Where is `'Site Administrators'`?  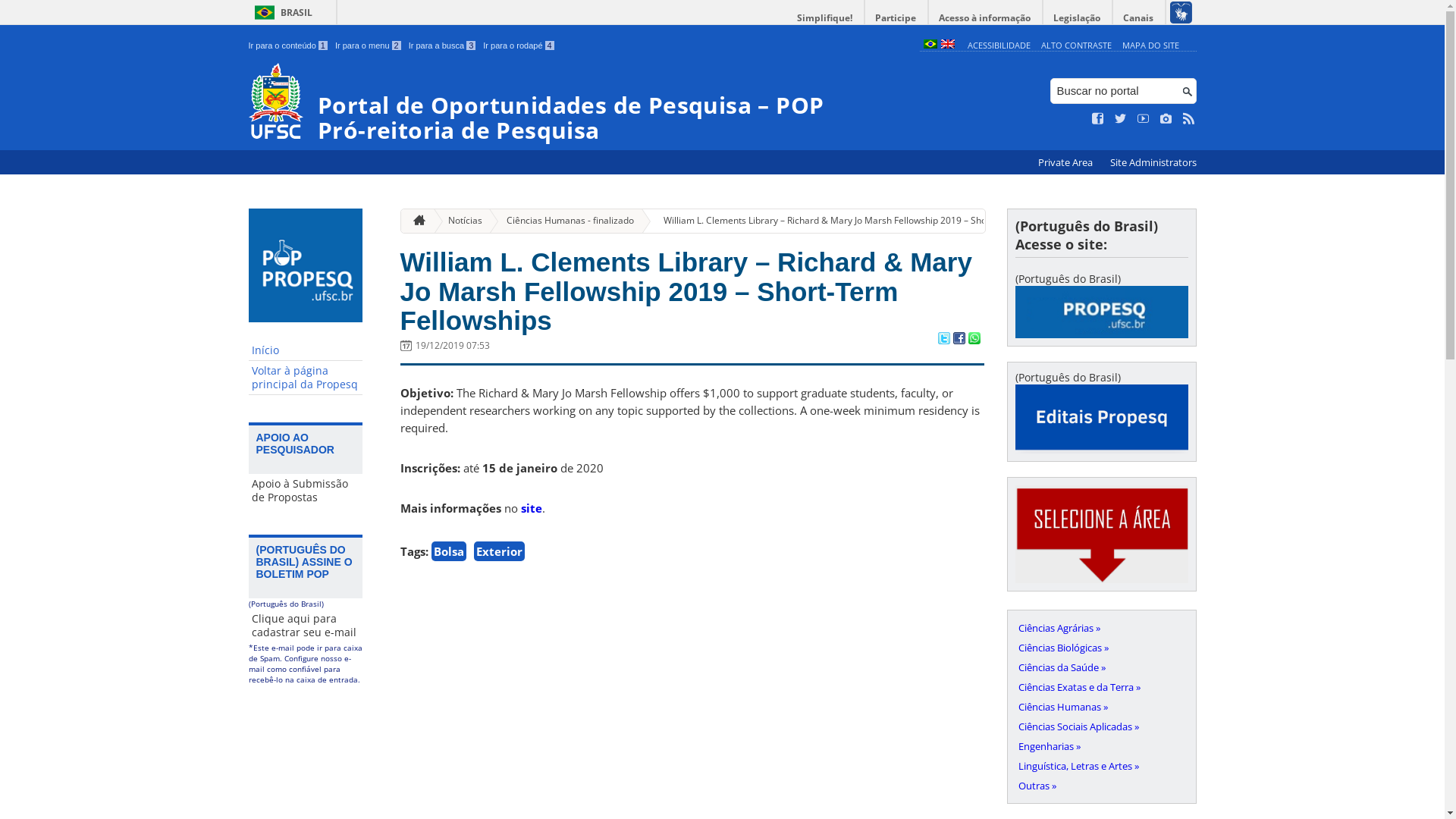 'Site Administrators' is located at coordinates (1103, 162).